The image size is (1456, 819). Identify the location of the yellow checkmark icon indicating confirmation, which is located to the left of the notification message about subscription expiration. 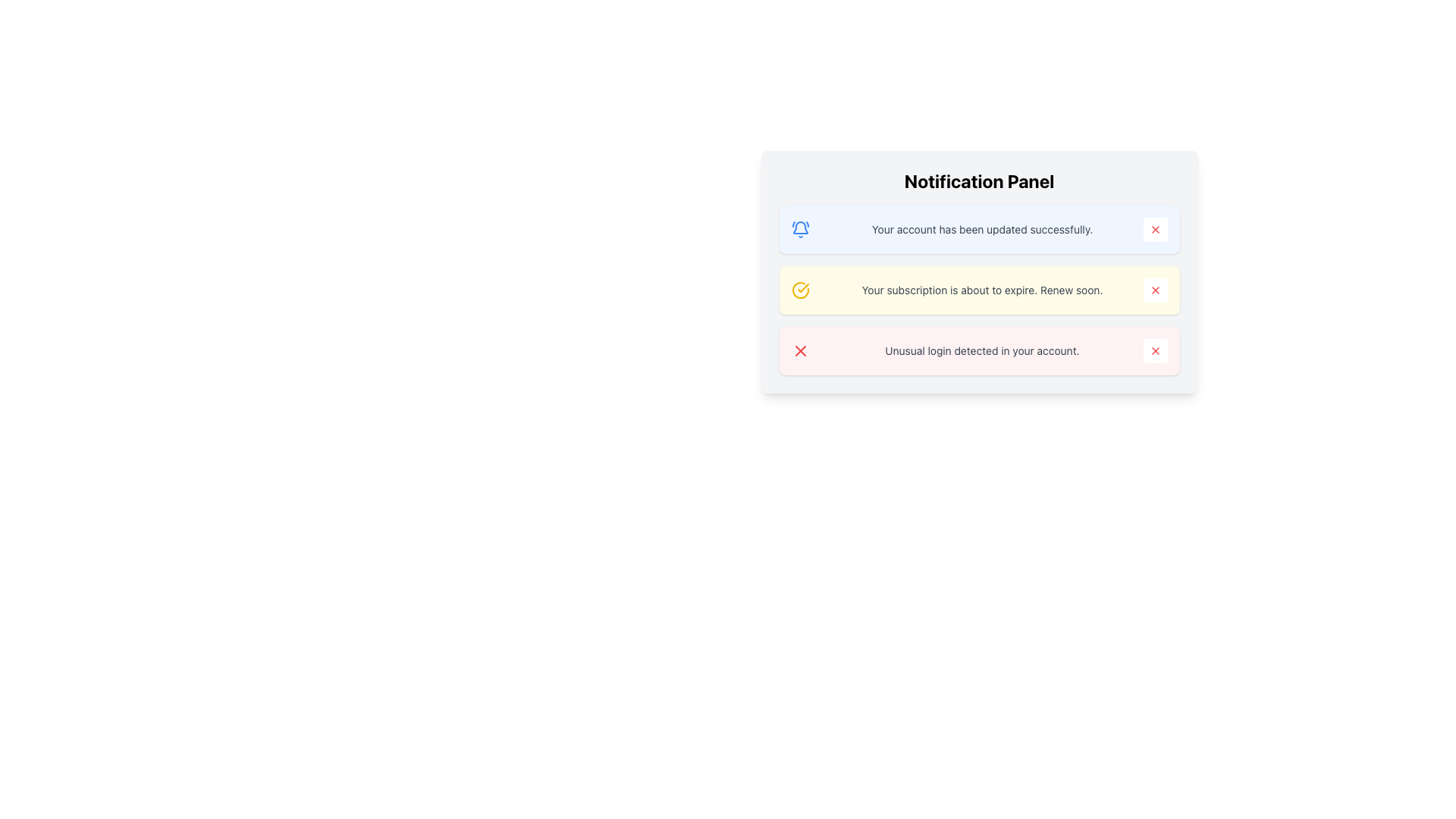
(802, 288).